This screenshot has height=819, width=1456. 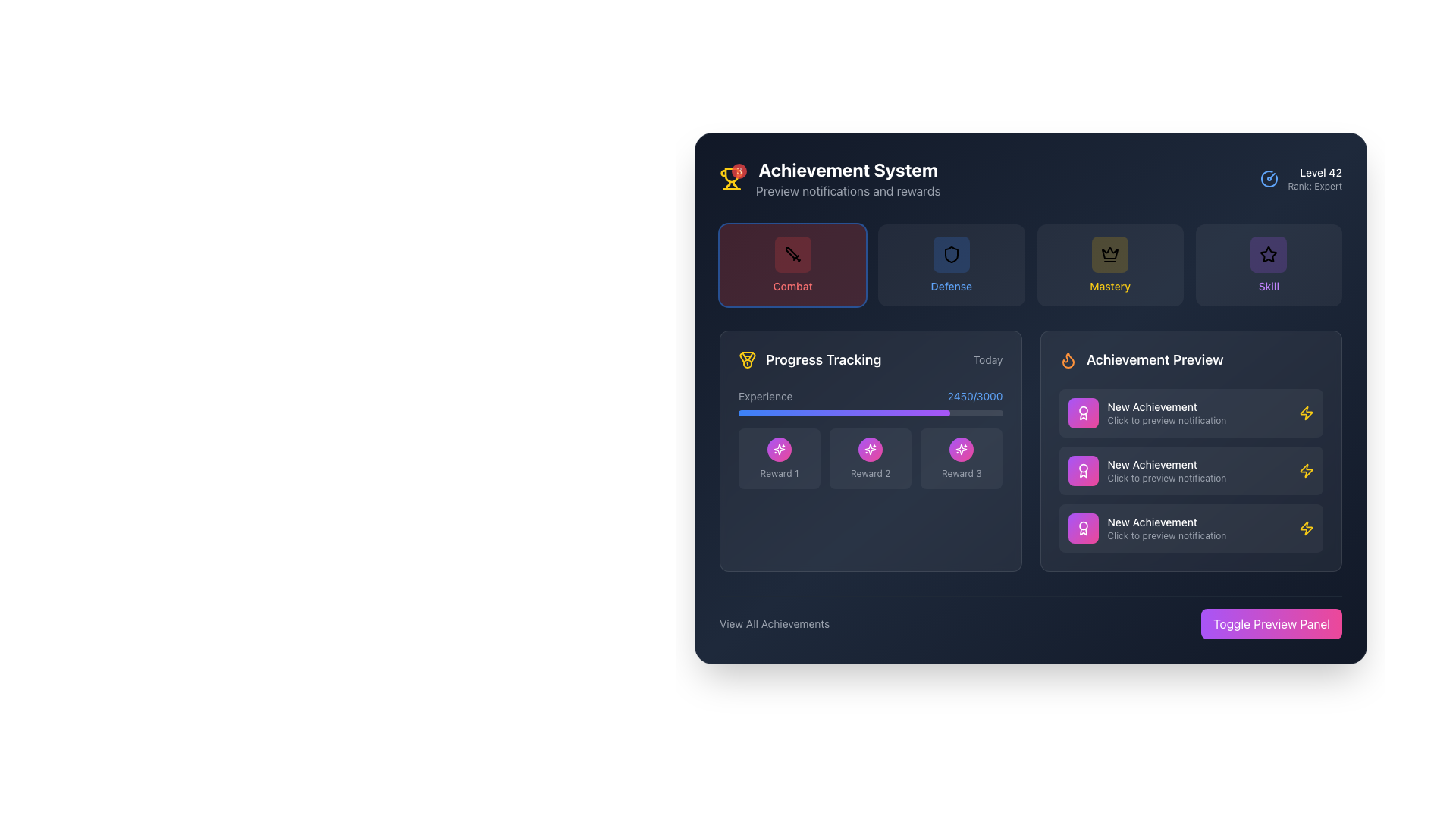 I want to click on the first spark icon in the 'Progress Tracking' panel, so click(x=960, y=449).